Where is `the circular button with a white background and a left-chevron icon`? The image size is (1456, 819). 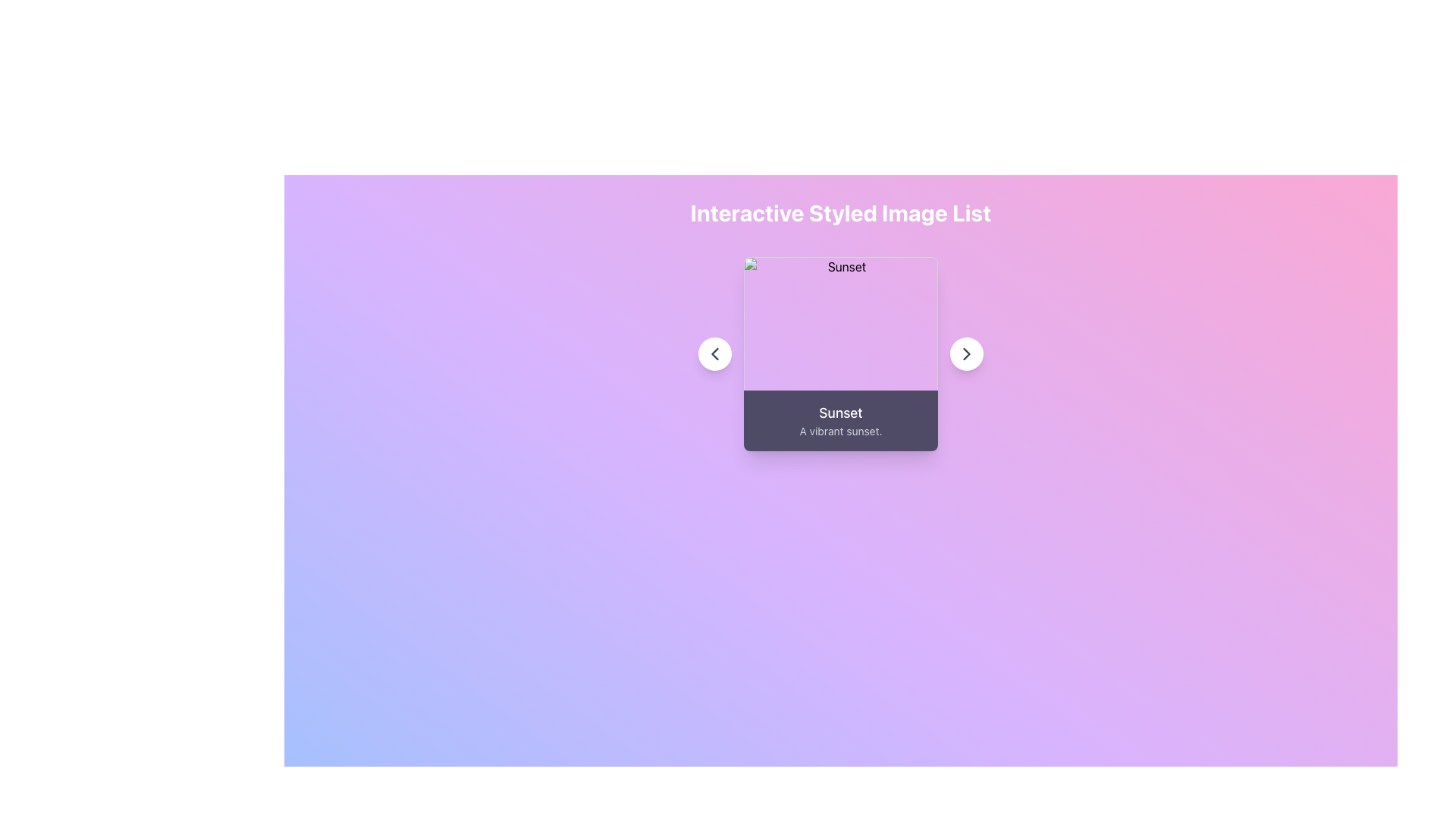
the circular button with a white background and a left-chevron icon is located at coordinates (714, 353).